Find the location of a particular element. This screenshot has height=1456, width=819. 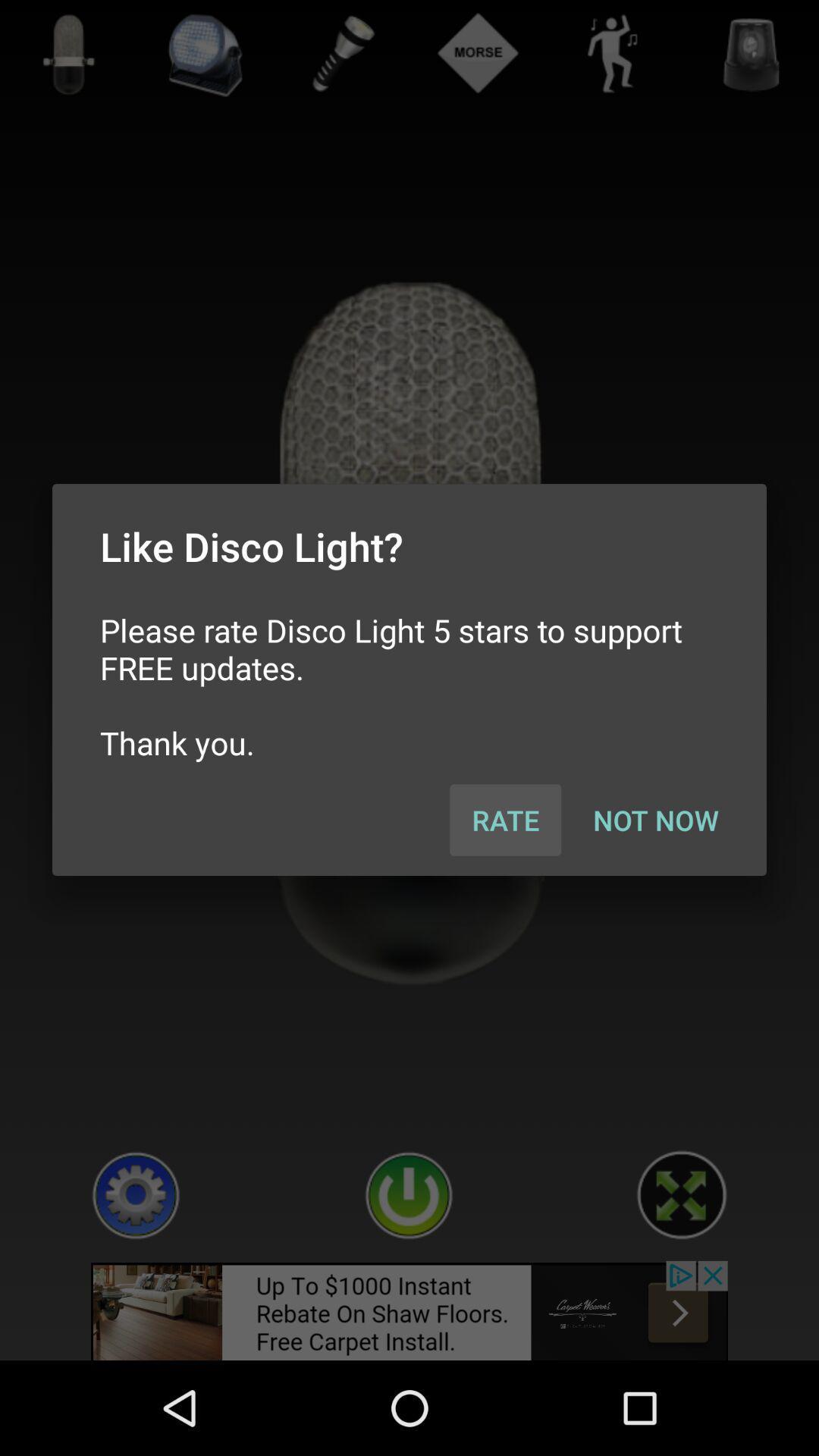

the avatar icon is located at coordinates (205, 54).